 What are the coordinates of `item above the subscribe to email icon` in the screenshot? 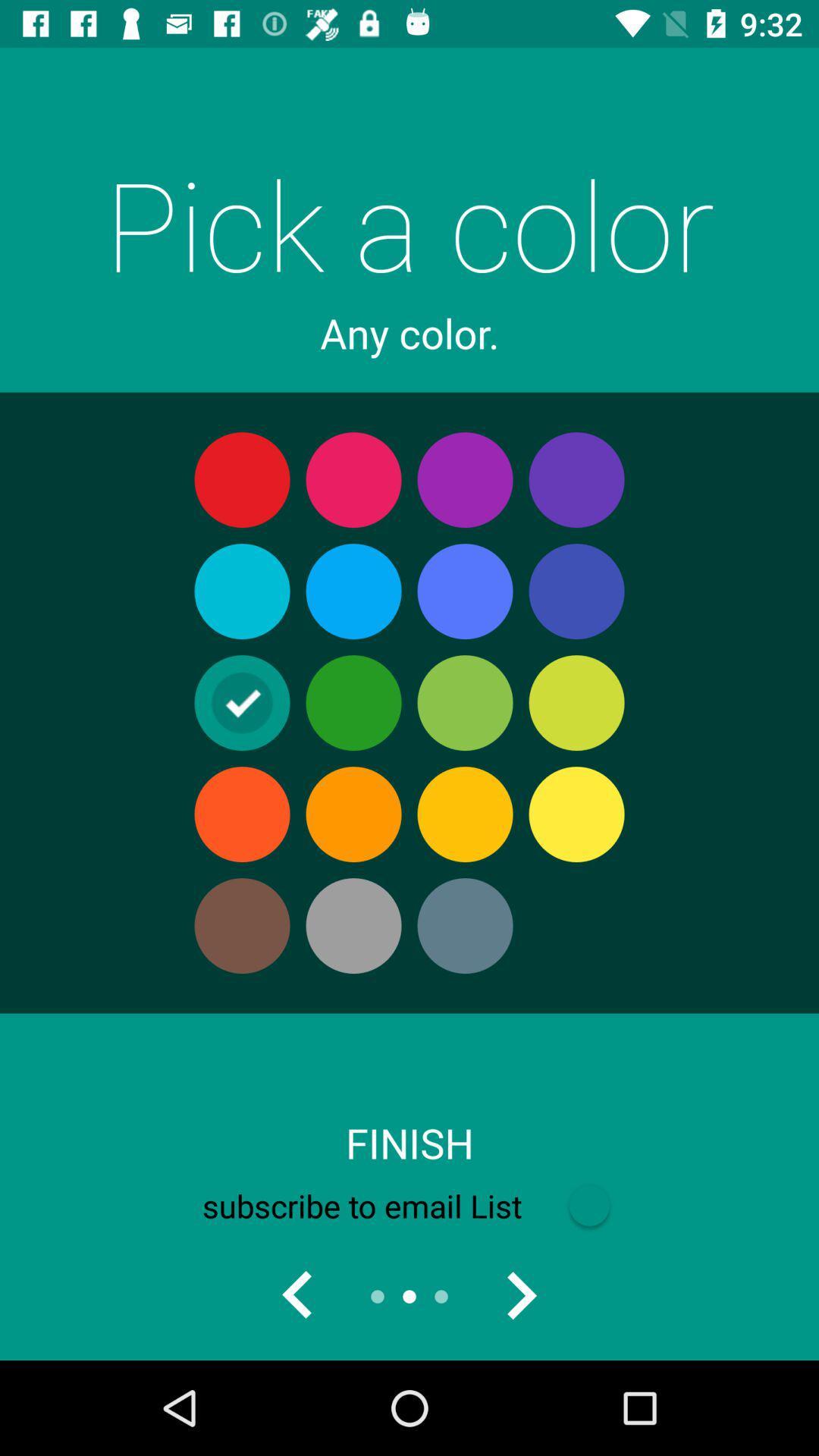 It's located at (409, 1143).